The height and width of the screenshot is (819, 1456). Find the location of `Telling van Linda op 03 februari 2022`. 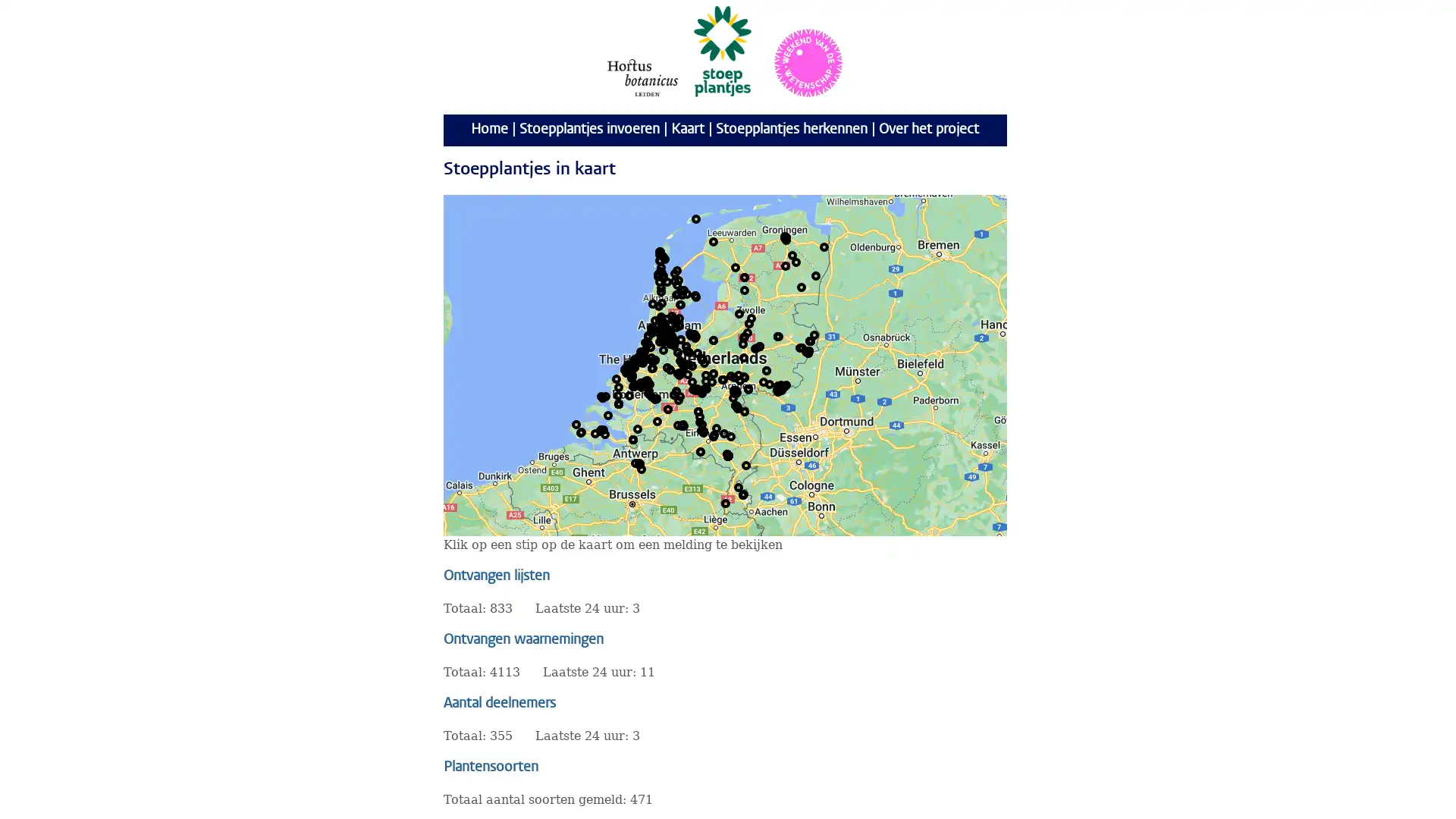

Telling van Linda op 03 februari 2022 is located at coordinates (632, 374).